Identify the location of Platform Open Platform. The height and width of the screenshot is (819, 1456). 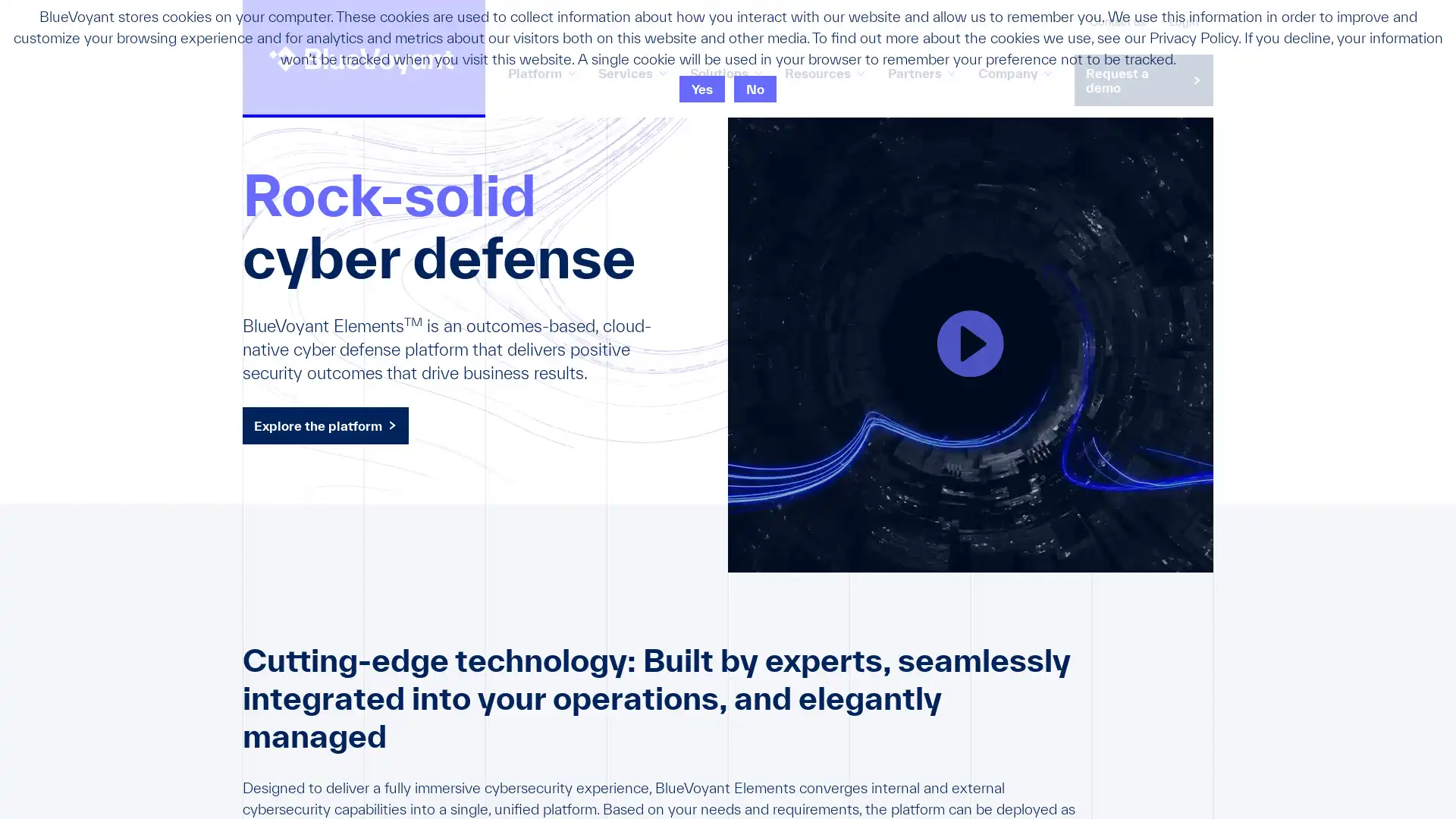
(541, 72).